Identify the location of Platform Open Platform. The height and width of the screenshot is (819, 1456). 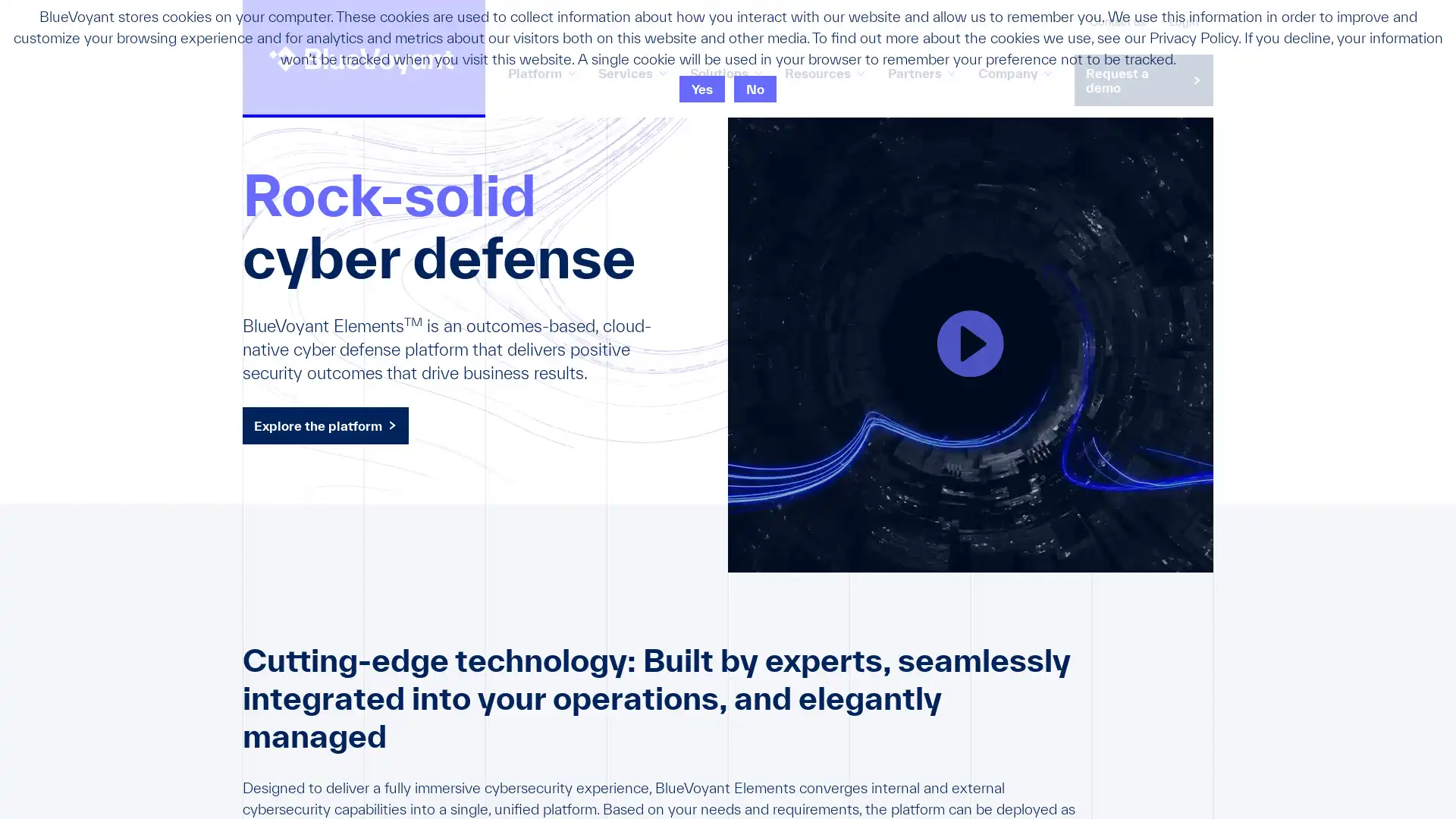
(541, 72).